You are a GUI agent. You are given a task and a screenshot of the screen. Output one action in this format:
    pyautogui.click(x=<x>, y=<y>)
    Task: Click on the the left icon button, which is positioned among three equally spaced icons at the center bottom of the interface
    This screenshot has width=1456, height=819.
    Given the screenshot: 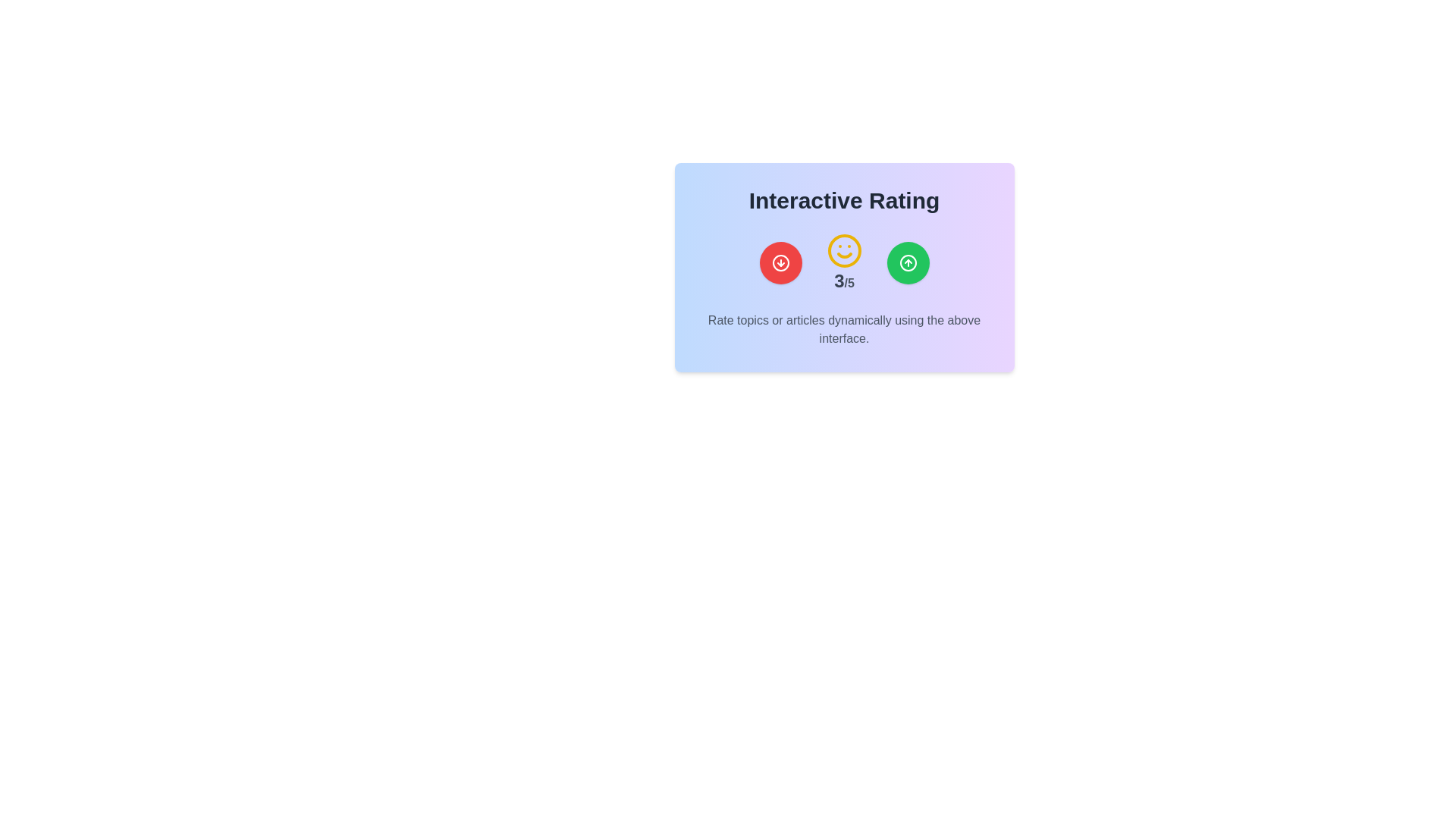 What is the action you would take?
    pyautogui.click(x=780, y=262)
    